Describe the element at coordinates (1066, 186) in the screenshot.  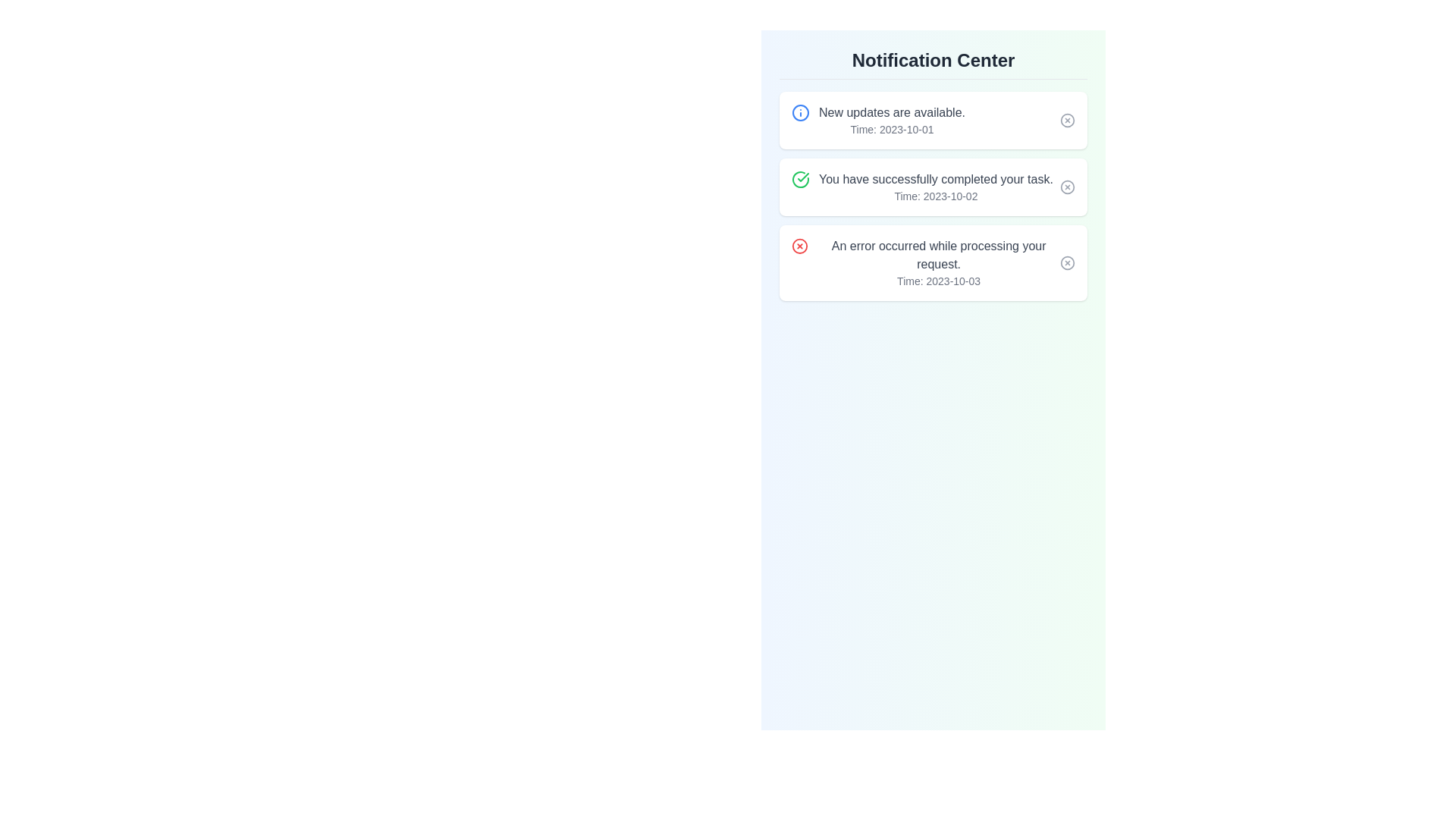
I see `the dismiss button icon on the second notification in the Notification Center` at that location.